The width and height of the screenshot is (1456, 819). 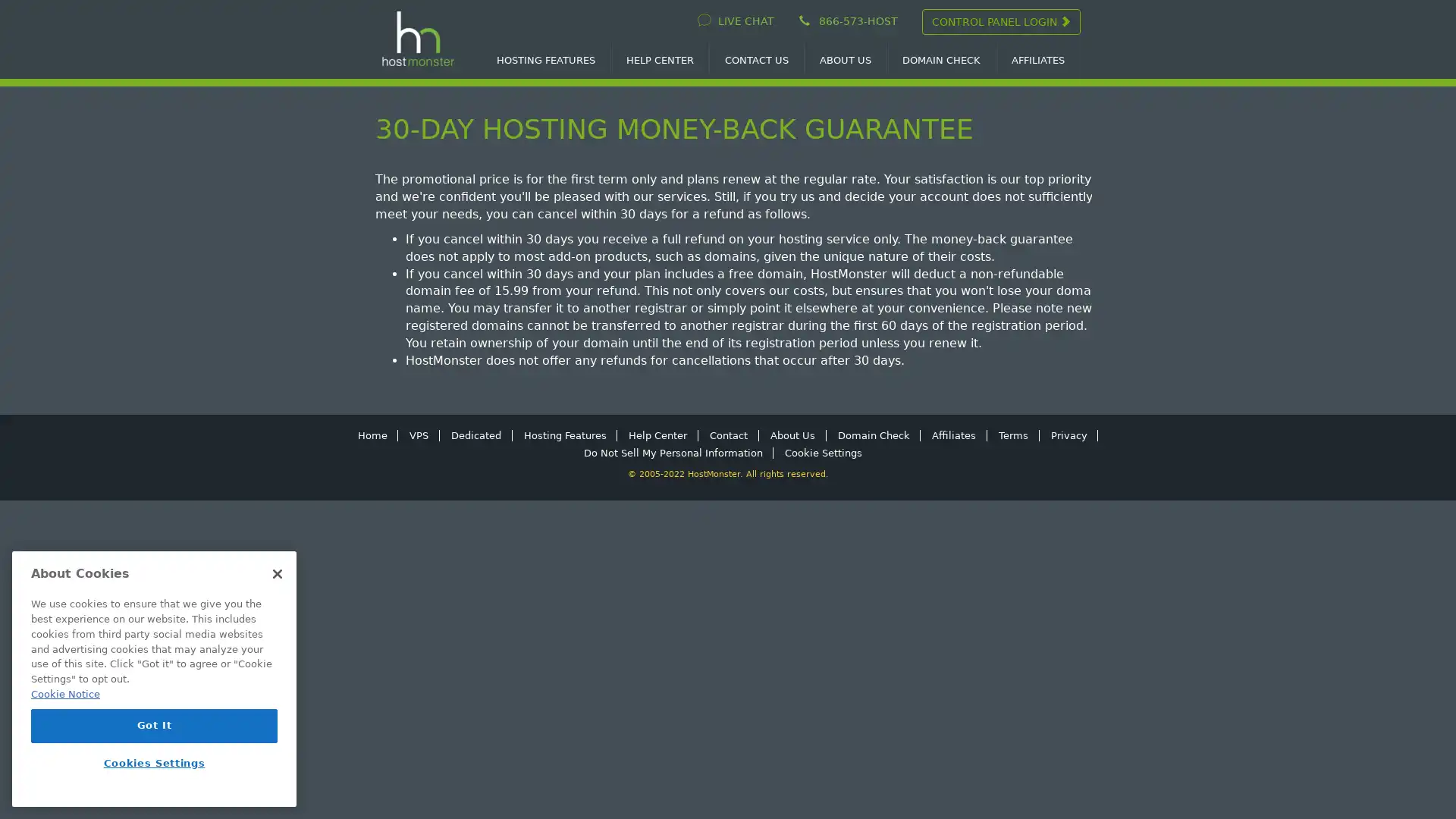 What do you see at coordinates (277, 573) in the screenshot?
I see `Close` at bounding box center [277, 573].